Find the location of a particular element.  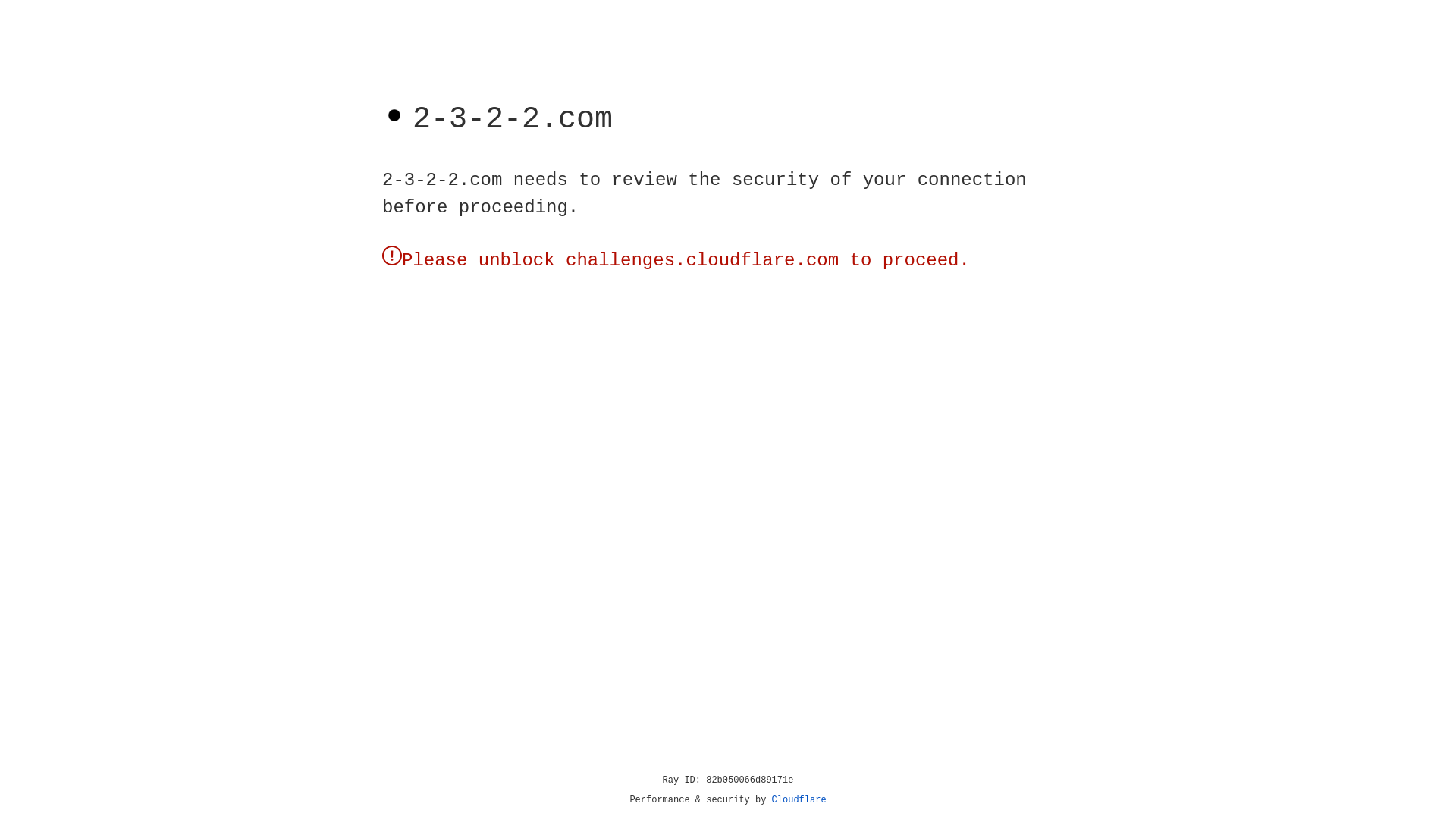

'Cloudflare' is located at coordinates (799, 799).